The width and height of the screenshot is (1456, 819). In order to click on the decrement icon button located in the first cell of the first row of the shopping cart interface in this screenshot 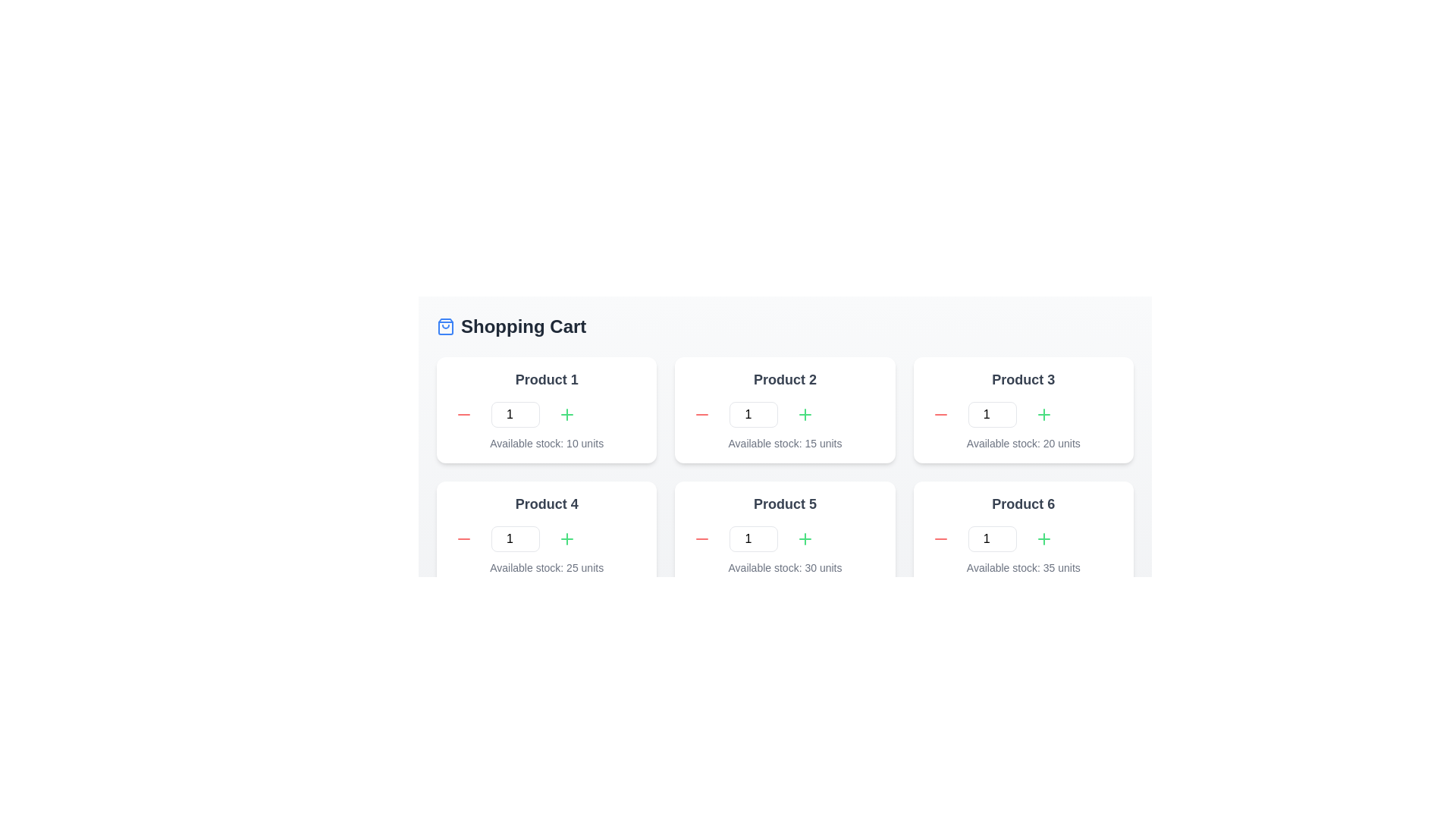, I will do `click(463, 415)`.